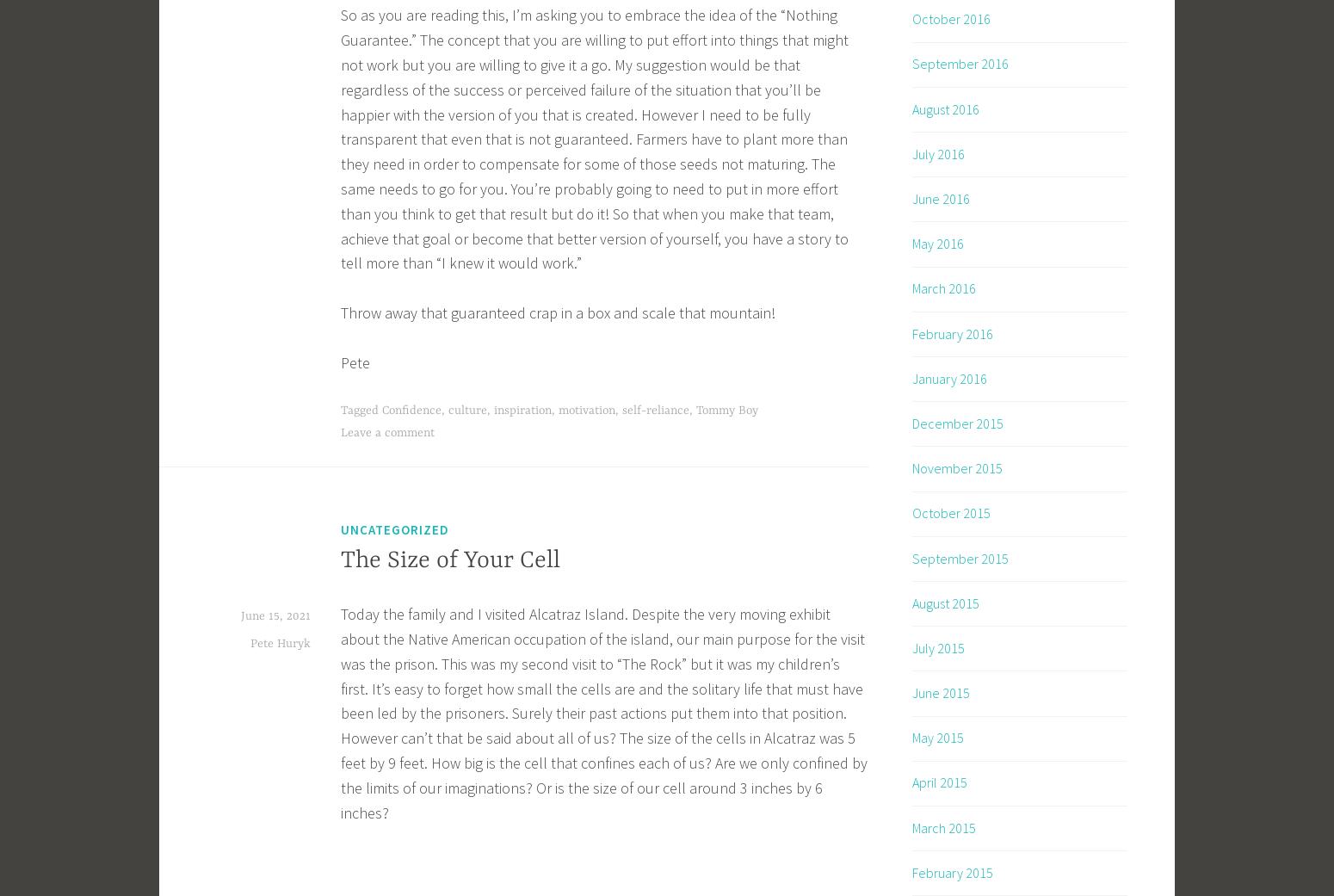 The height and width of the screenshot is (896, 1334). What do you see at coordinates (593, 139) in the screenshot?
I see `'So as you are reading this, I’m asking you to embrace the idea of the “Nothing Guarantee.”  The concept that you are willing to put effort into things that might not work but you are willing to give it a go.  My suggestion would be that regardless of the success or perceived failure of the situation that you’ll be happier with the version of you that is created.  However I need to be fully transparent that even that is not guaranteed.  Farmers have to plant more than they need in order to compensate for some of those seeds not maturing.  The same needs to go for you.  You’re probably going to need to put in more effort than you think to get that result but do it!  So that when you make that team, achieve that goal or become that better version of yourself, you have a story to tell more than “I knew it would work.”'` at bounding box center [593, 139].